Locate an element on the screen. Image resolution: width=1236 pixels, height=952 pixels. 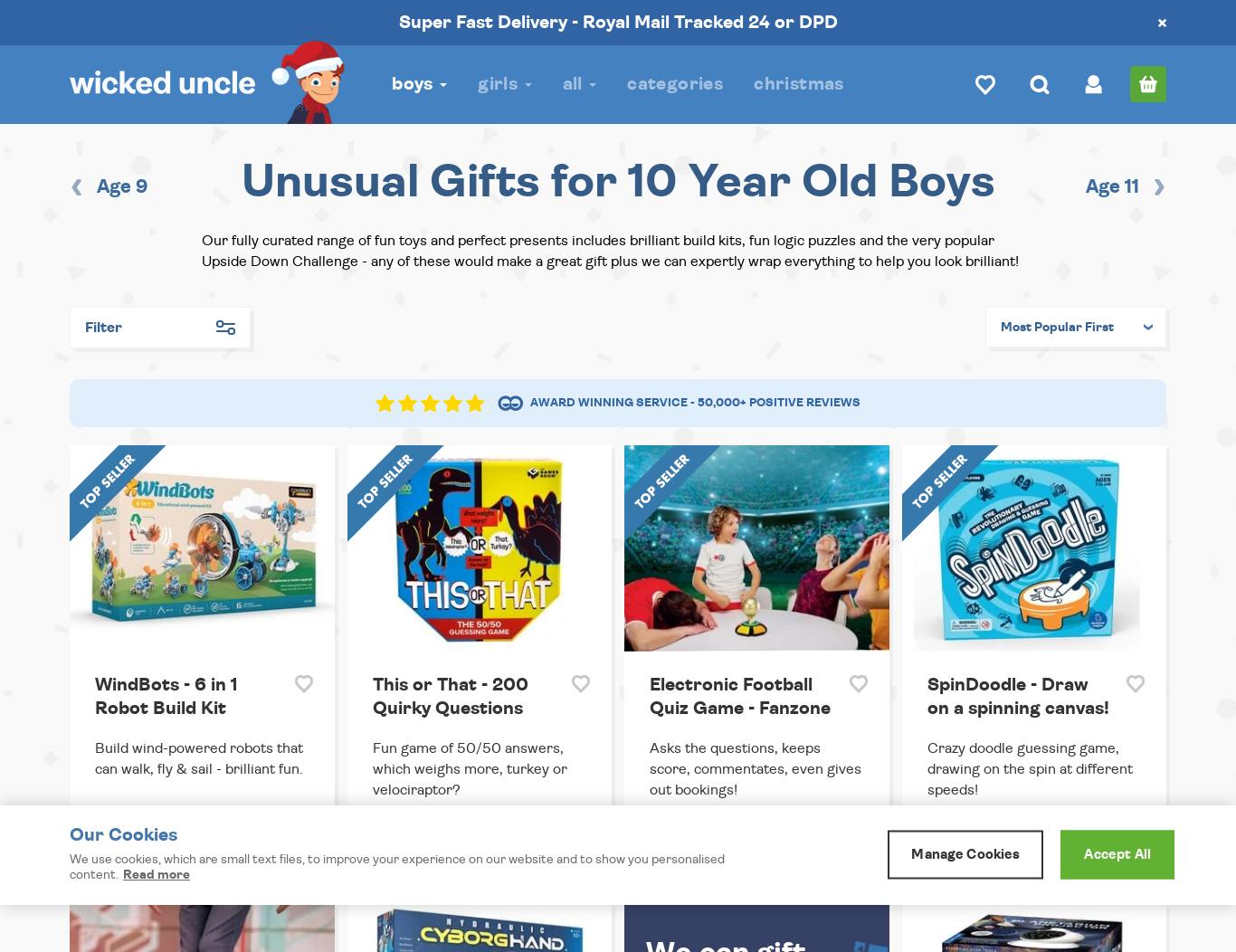
'£12.99' is located at coordinates (393, 844).